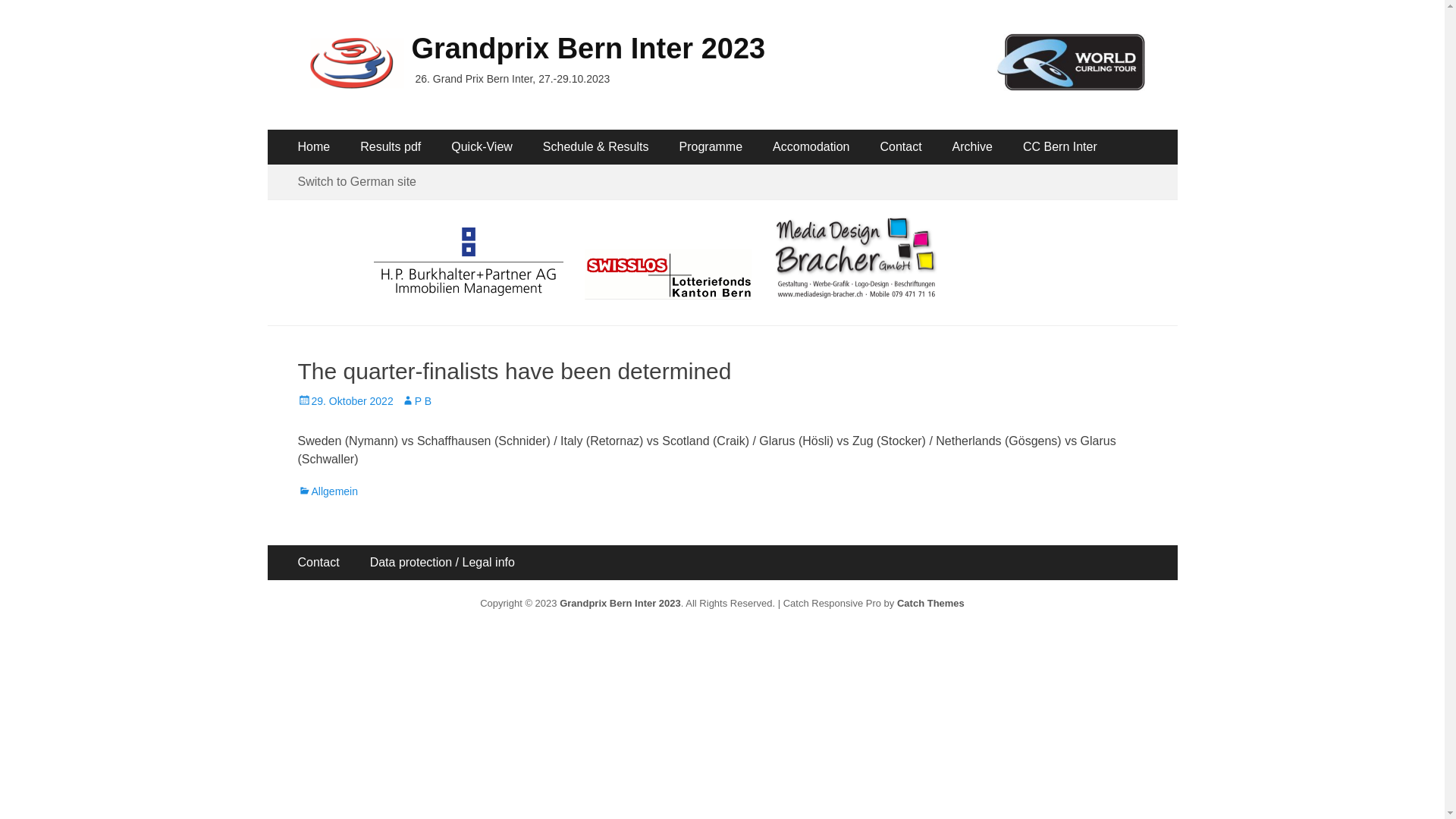 The width and height of the screenshot is (1456, 819). I want to click on 'Data protection / Legal info', so click(353, 562).